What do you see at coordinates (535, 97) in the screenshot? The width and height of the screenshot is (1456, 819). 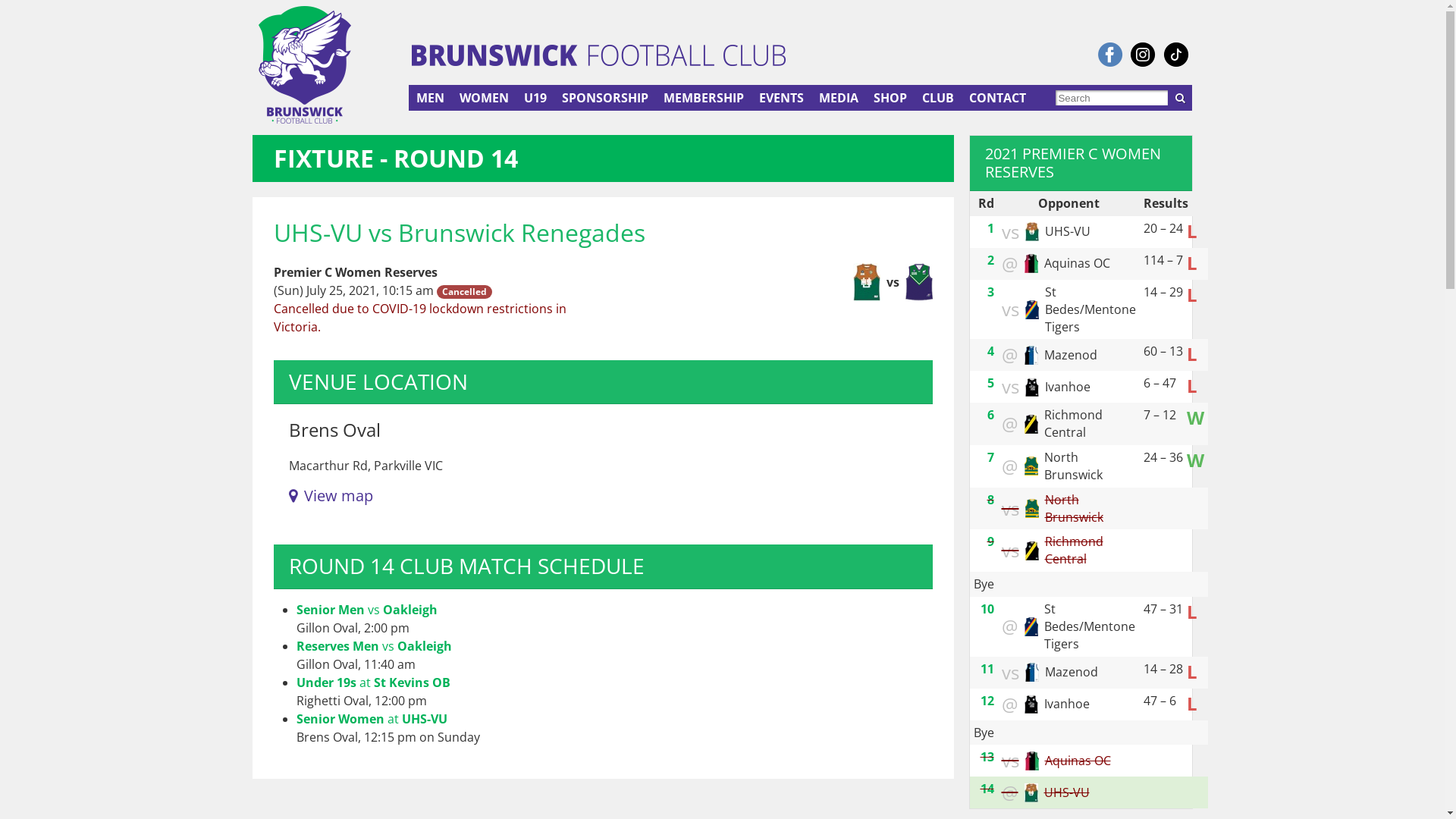 I see `'U19'` at bounding box center [535, 97].